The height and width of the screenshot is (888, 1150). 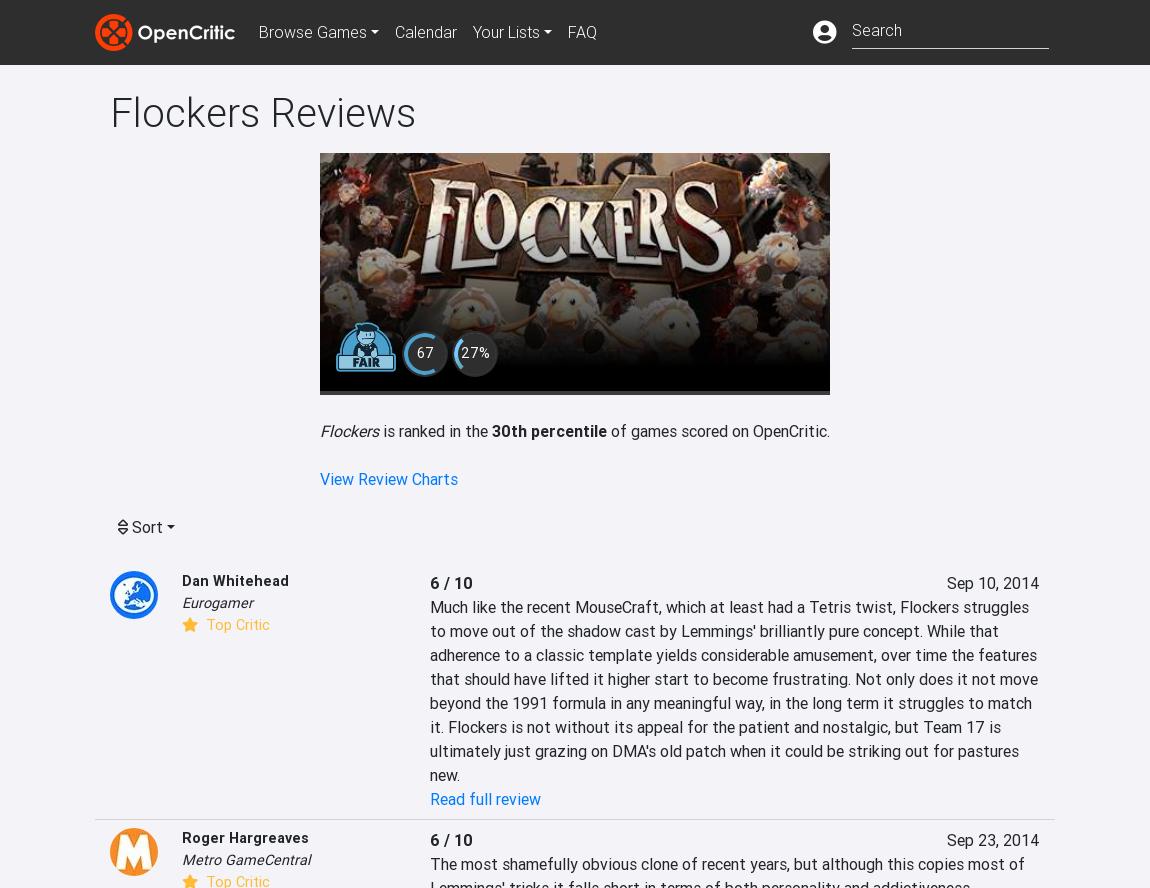 I want to click on 'Flockers Reviews', so click(x=109, y=112).